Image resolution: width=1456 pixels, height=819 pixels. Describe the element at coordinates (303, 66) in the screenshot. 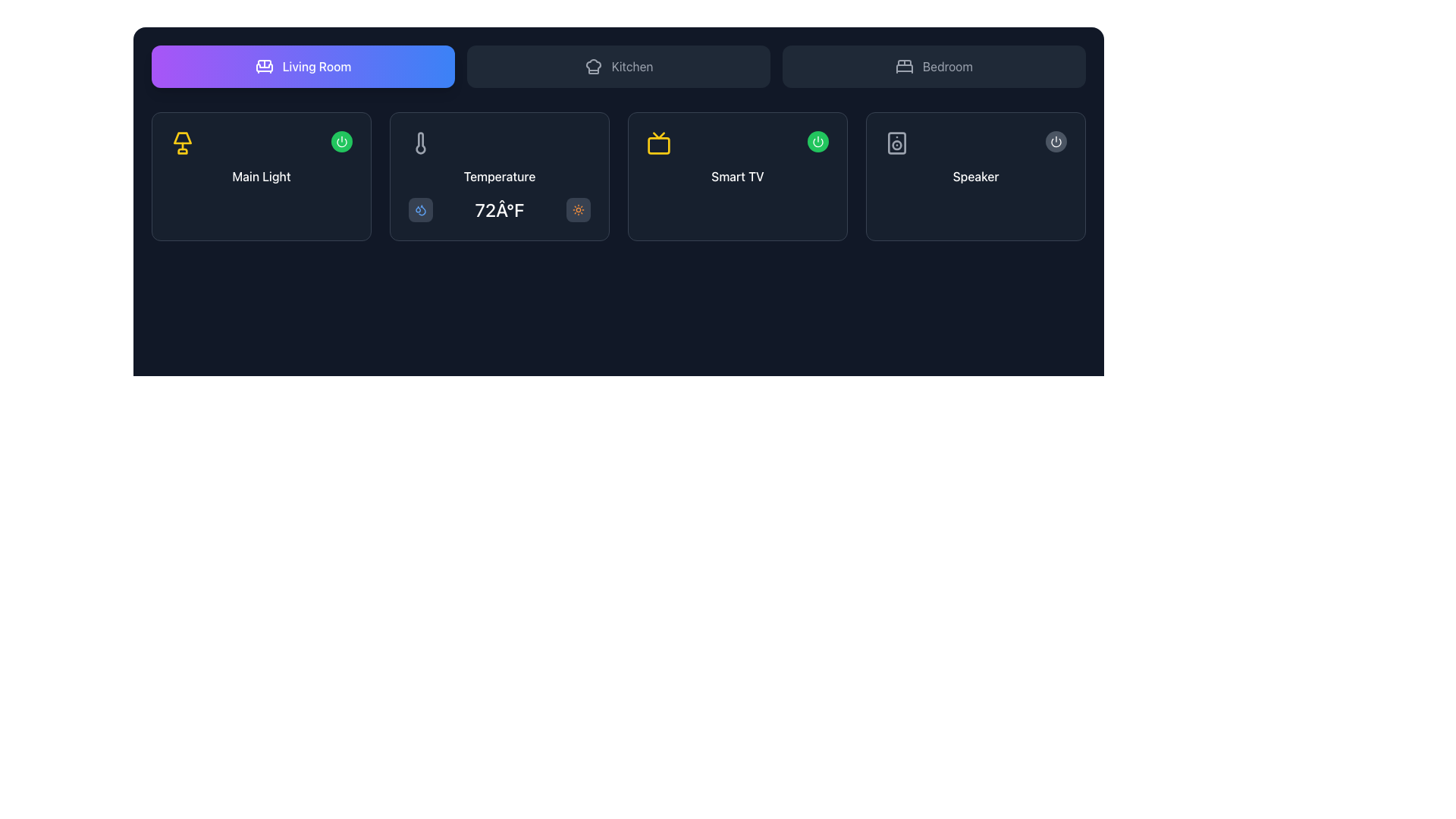

I see `the 'Living Room' button using keyboard navigation` at that location.